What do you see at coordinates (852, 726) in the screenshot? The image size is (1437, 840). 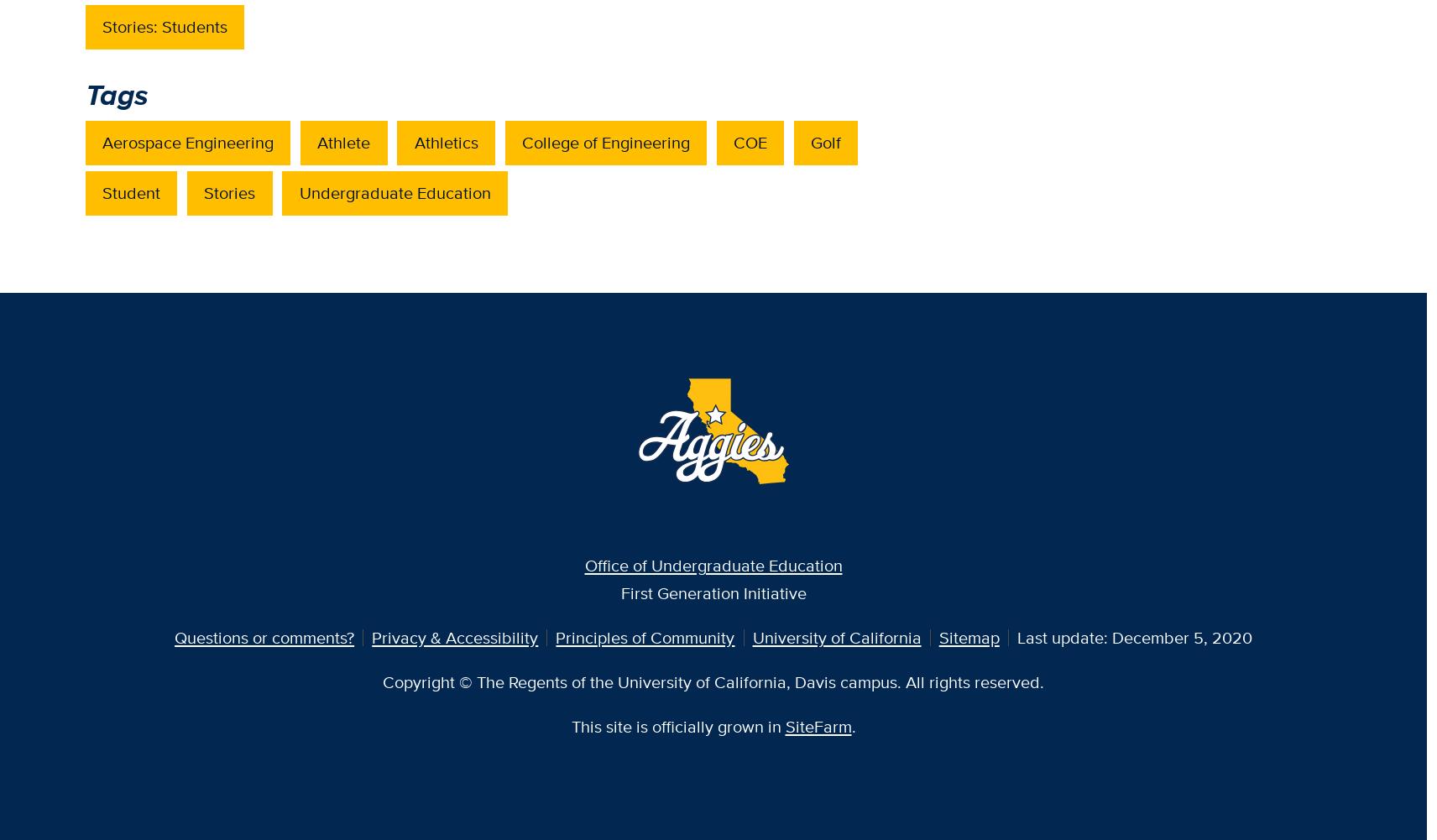 I see `'.'` at bounding box center [852, 726].